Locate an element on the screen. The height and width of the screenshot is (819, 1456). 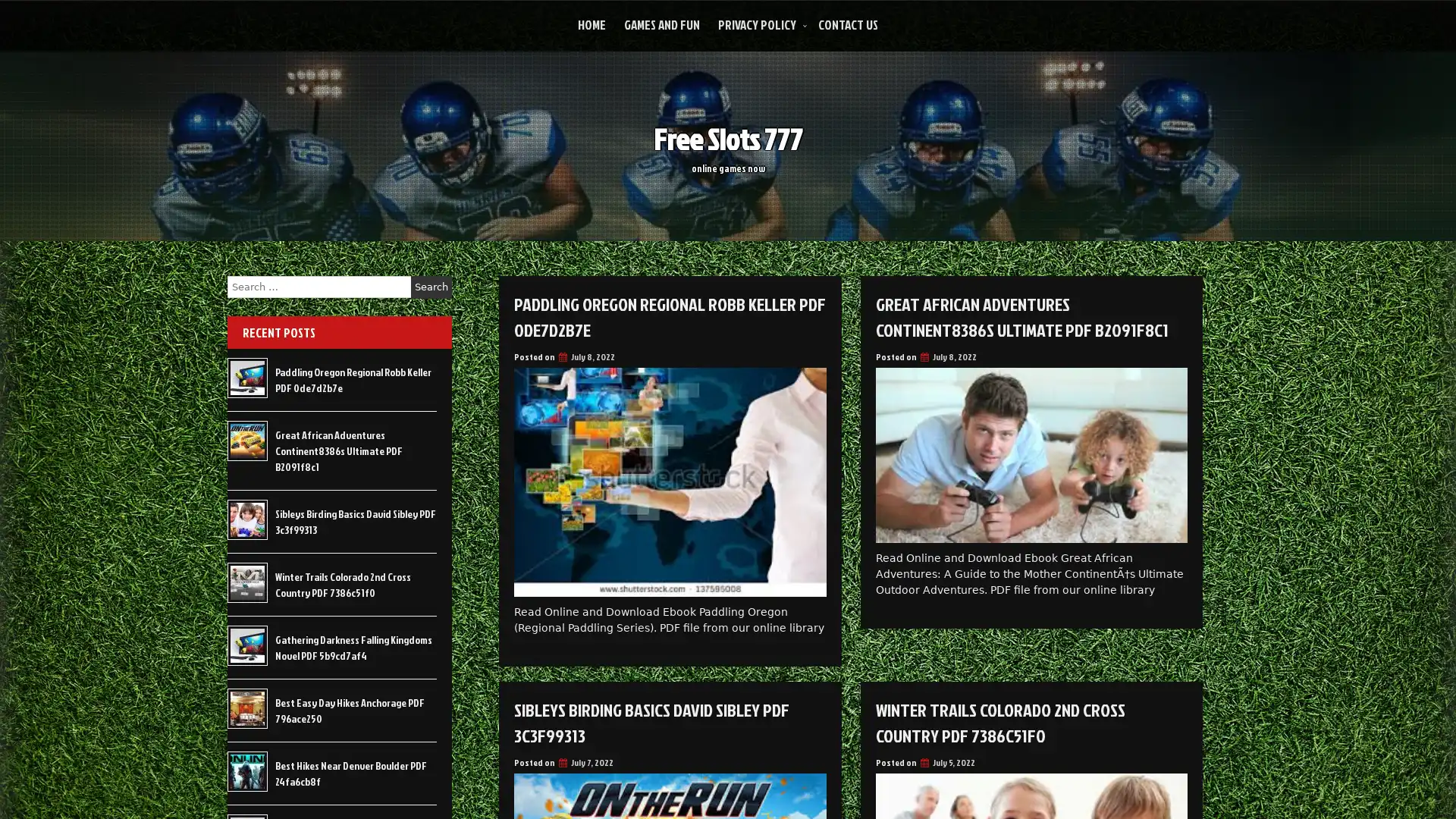
Search is located at coordinates (431, 287).